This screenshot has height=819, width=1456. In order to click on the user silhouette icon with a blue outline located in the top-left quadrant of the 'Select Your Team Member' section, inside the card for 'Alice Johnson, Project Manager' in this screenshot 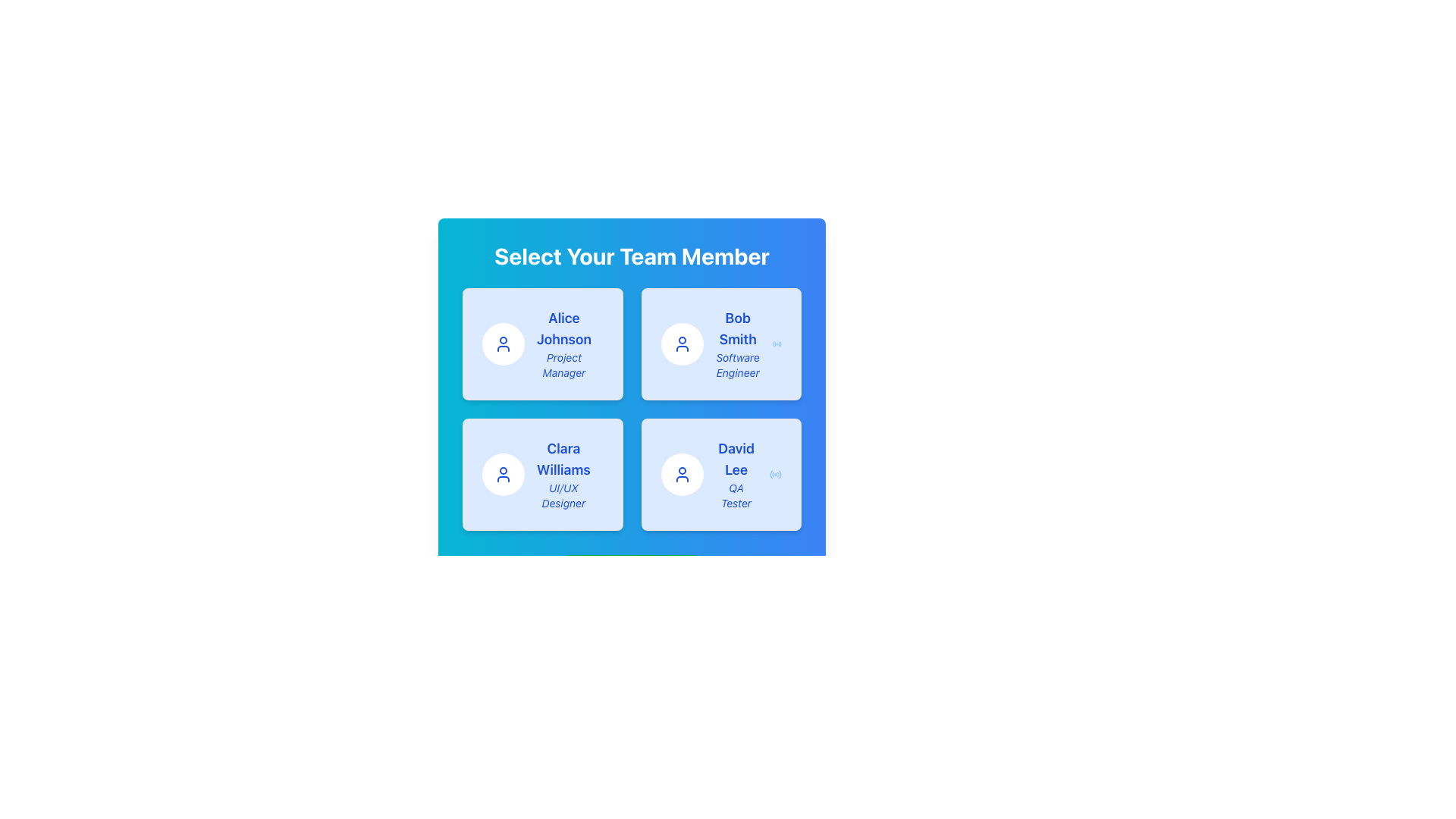, I will do `click(503, 344)`.